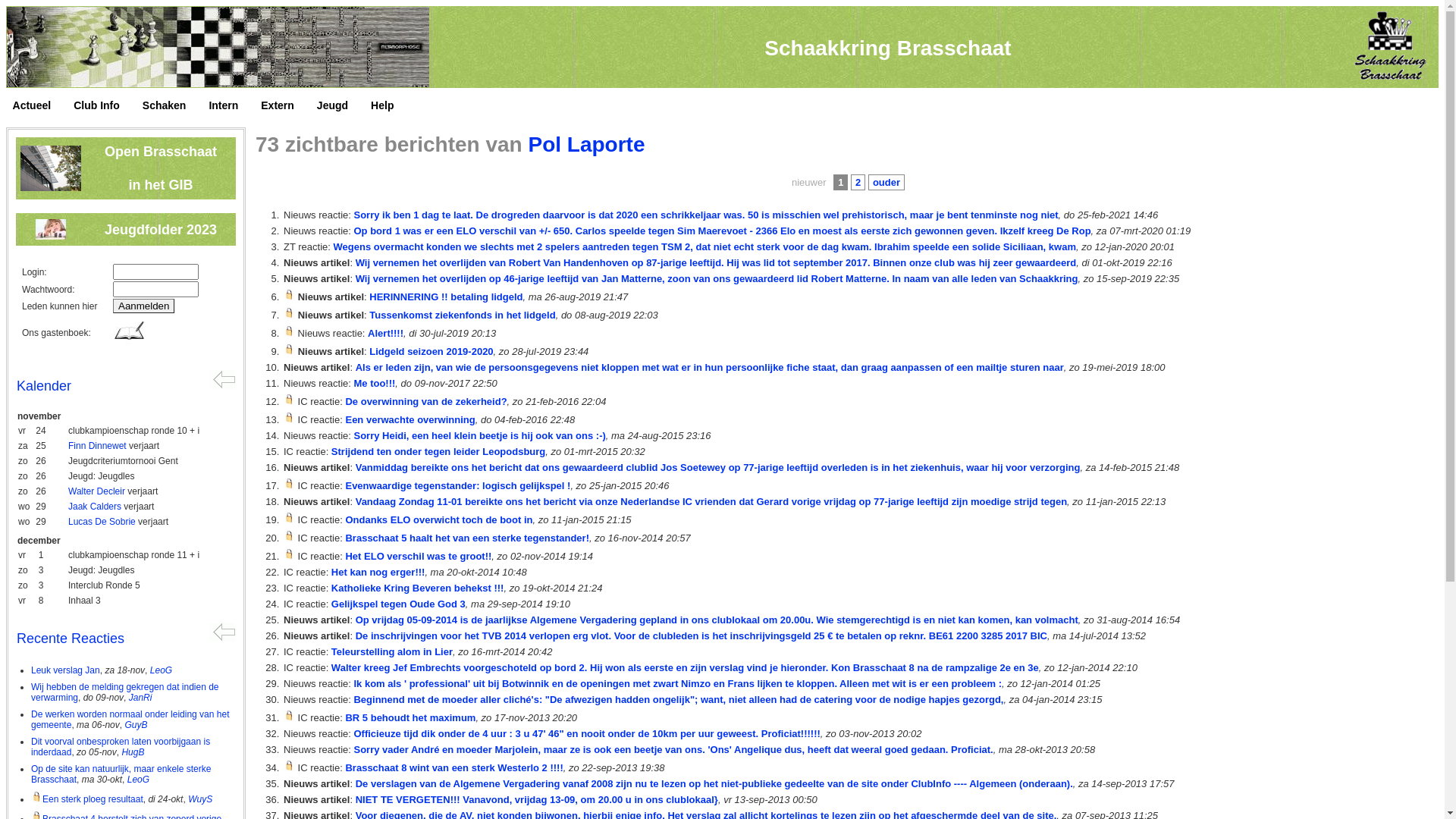  What do you see at coordinates (466, 537) in the screenshot?
I see `'Brasschaat 5 haalt het van een sterke tegenstander!'` at bounding box center [466, 537].